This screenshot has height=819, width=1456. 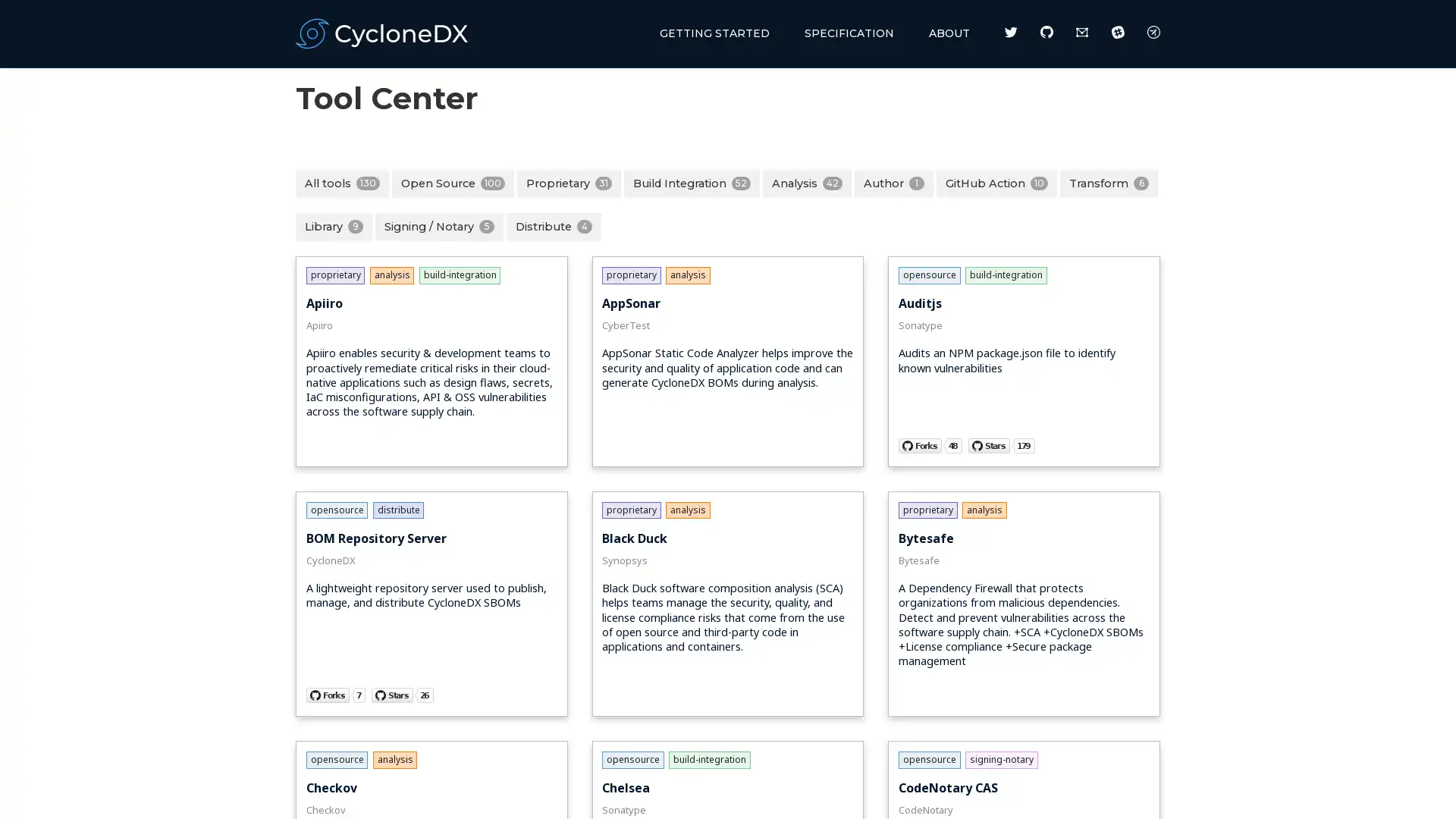 I want to click on GitHub Action 10, so click(x=996, y=182).